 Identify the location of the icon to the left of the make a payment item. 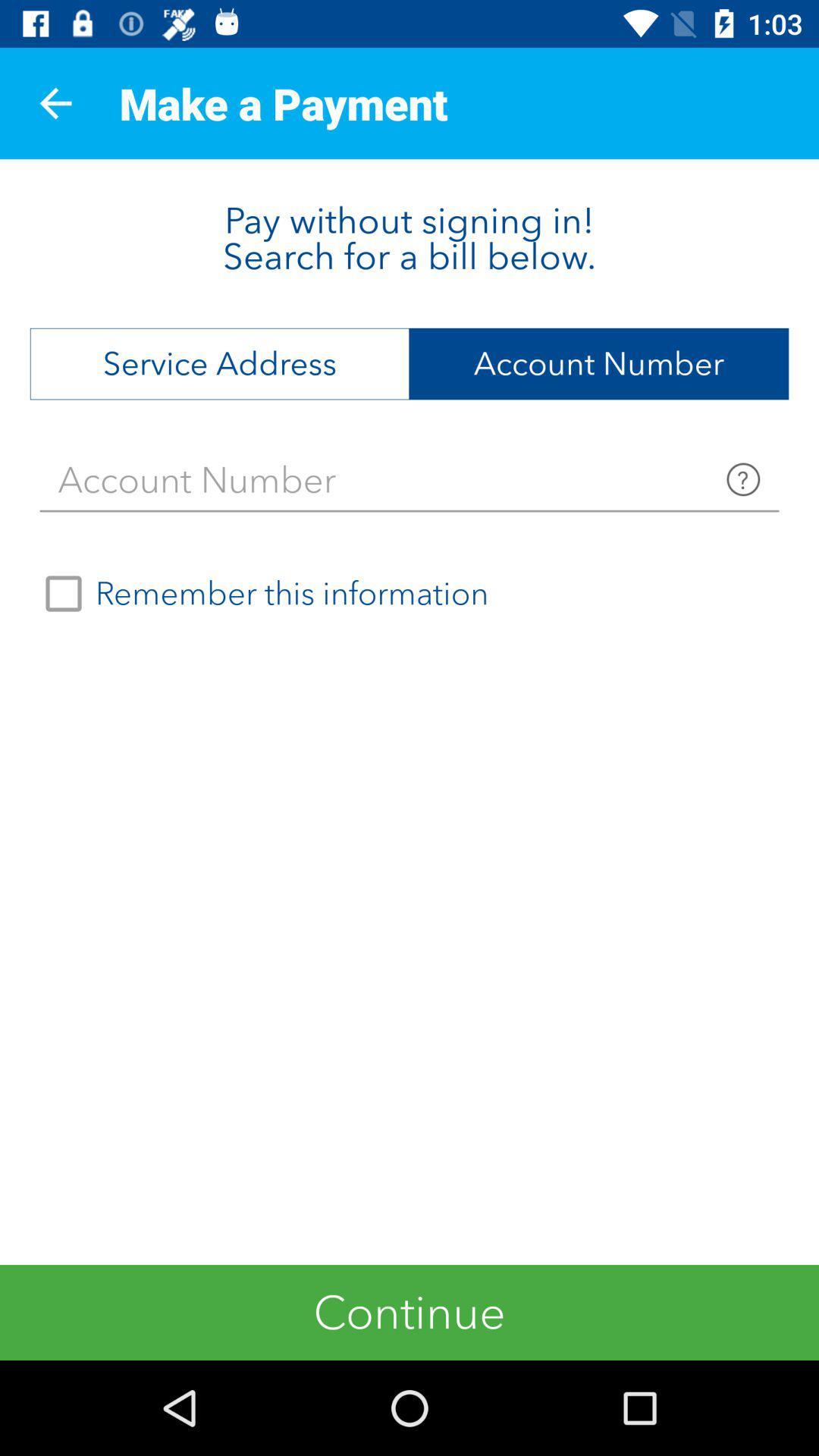
(55, 102).